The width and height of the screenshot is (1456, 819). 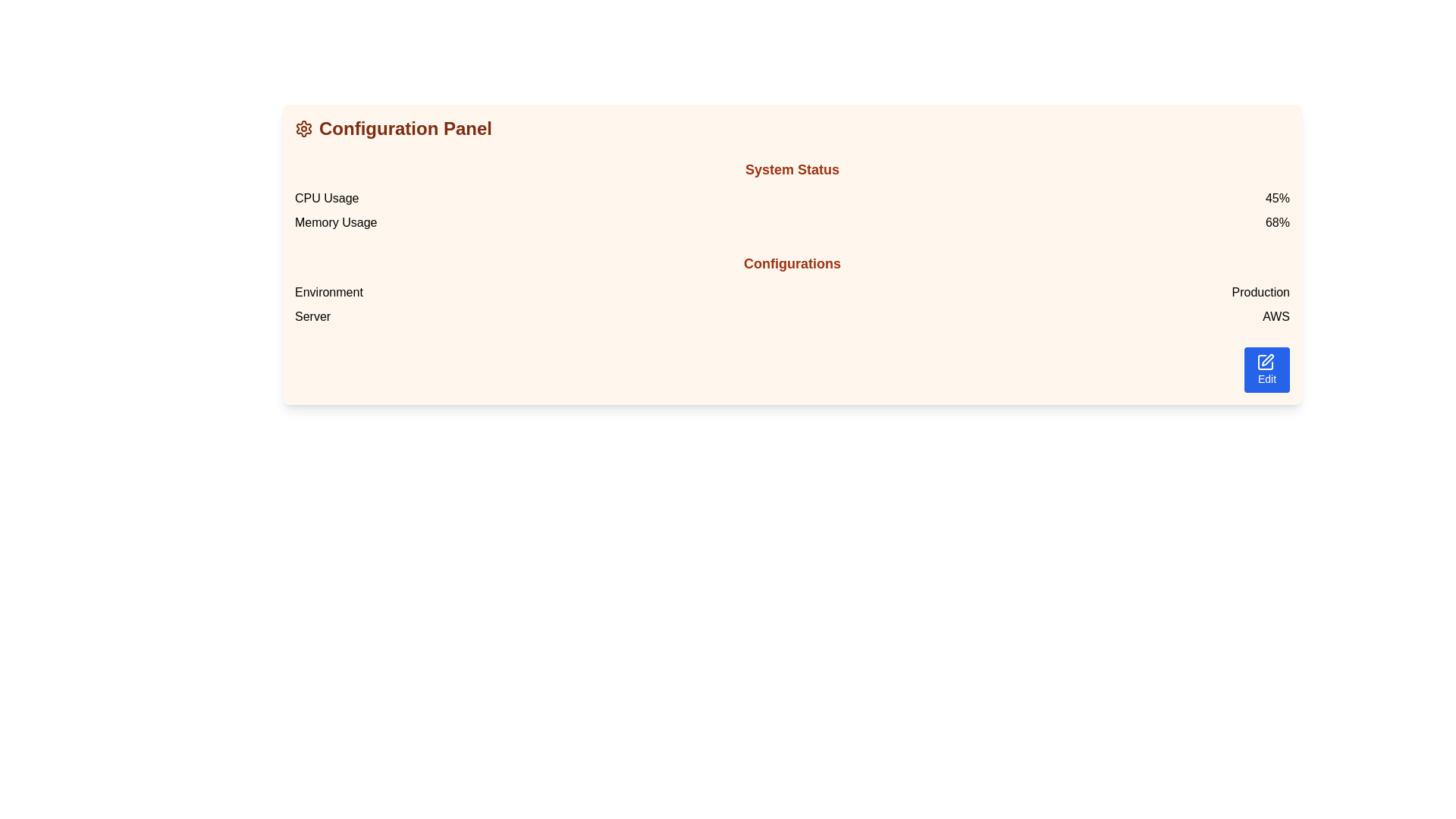 I want to click on the 'Edit' button located in the bottom-right section of the configuration panel, which contains a decorative vector graphic indicating its purpose, so click(x=1266, y=362).